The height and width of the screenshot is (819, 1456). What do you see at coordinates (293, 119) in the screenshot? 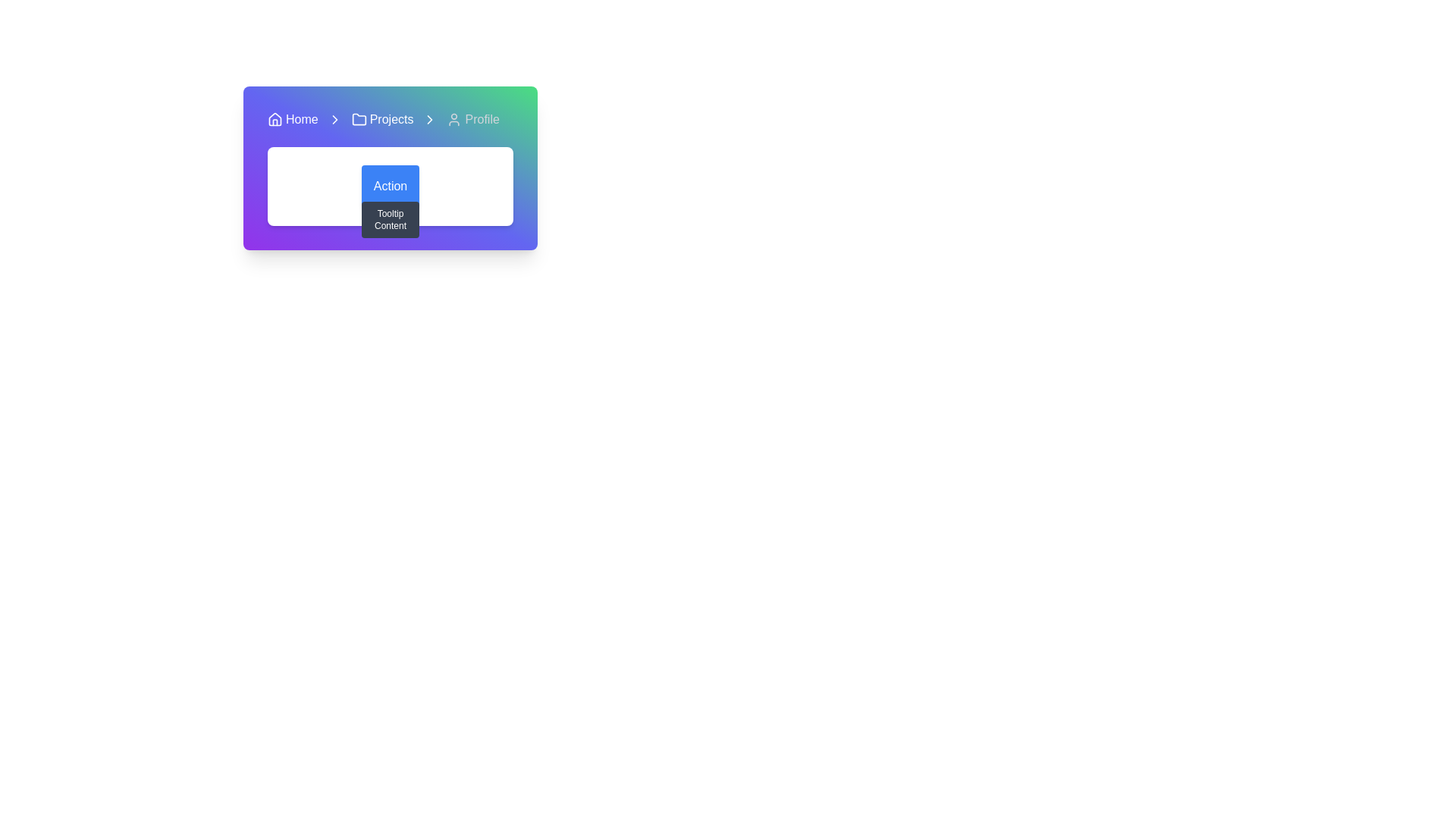
I see `the 'Home' text label, which is styled in white font and positioned next to a house-shaped icon in the horizontal navigation bar` at bounding box center [293, 119].